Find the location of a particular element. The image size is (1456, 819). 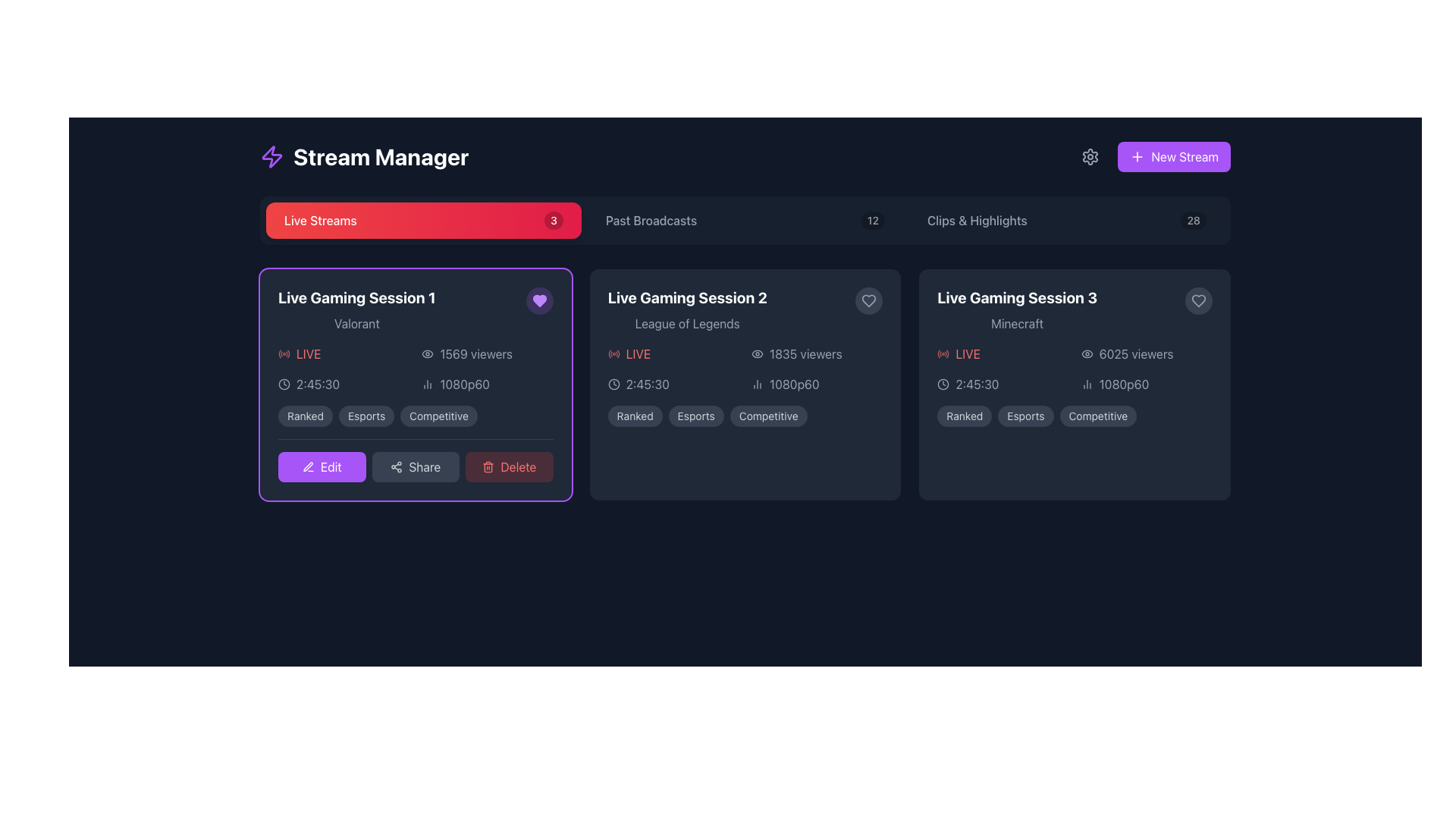

the second label indicating the category type under the 'Live Gaming Session 2' section, positioned between 'Ranked' and 'Competitive' is located at coordinates (695, 416).